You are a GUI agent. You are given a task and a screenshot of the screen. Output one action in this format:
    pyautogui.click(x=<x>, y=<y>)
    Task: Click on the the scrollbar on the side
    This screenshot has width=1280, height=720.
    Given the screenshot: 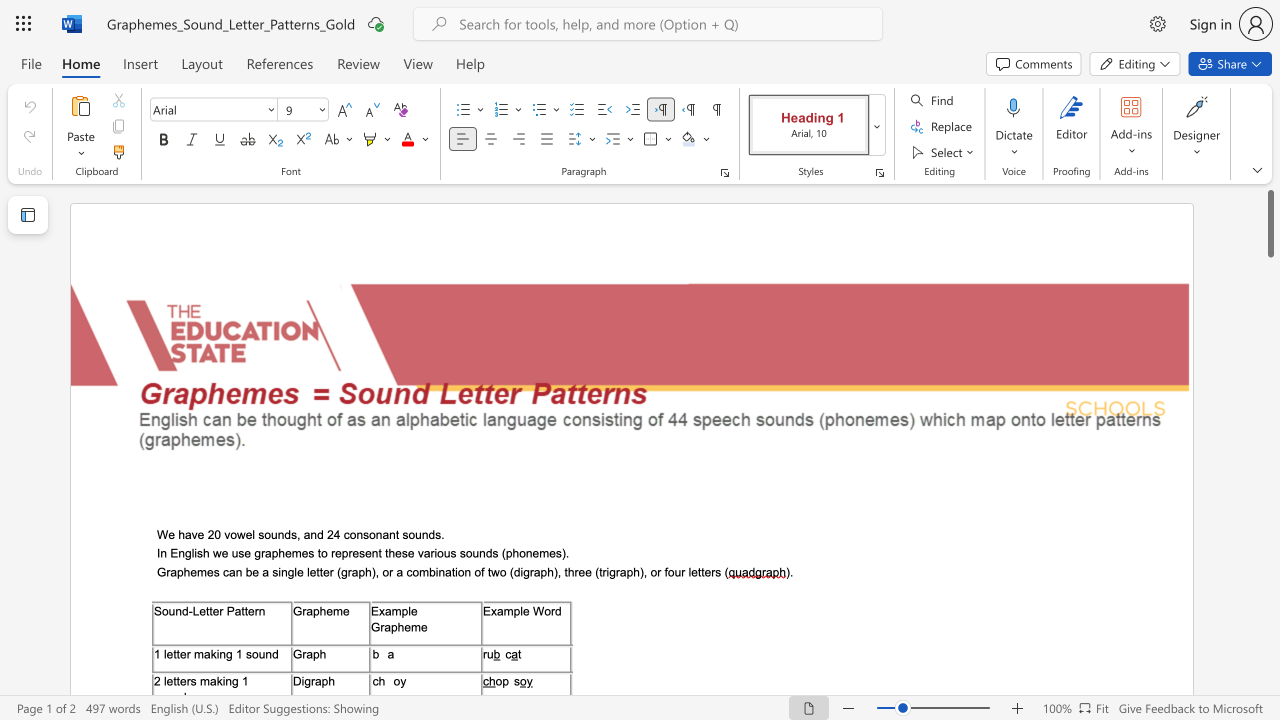 What is the action you would take?
    pyautogui.click(x=1269, y=670)
    